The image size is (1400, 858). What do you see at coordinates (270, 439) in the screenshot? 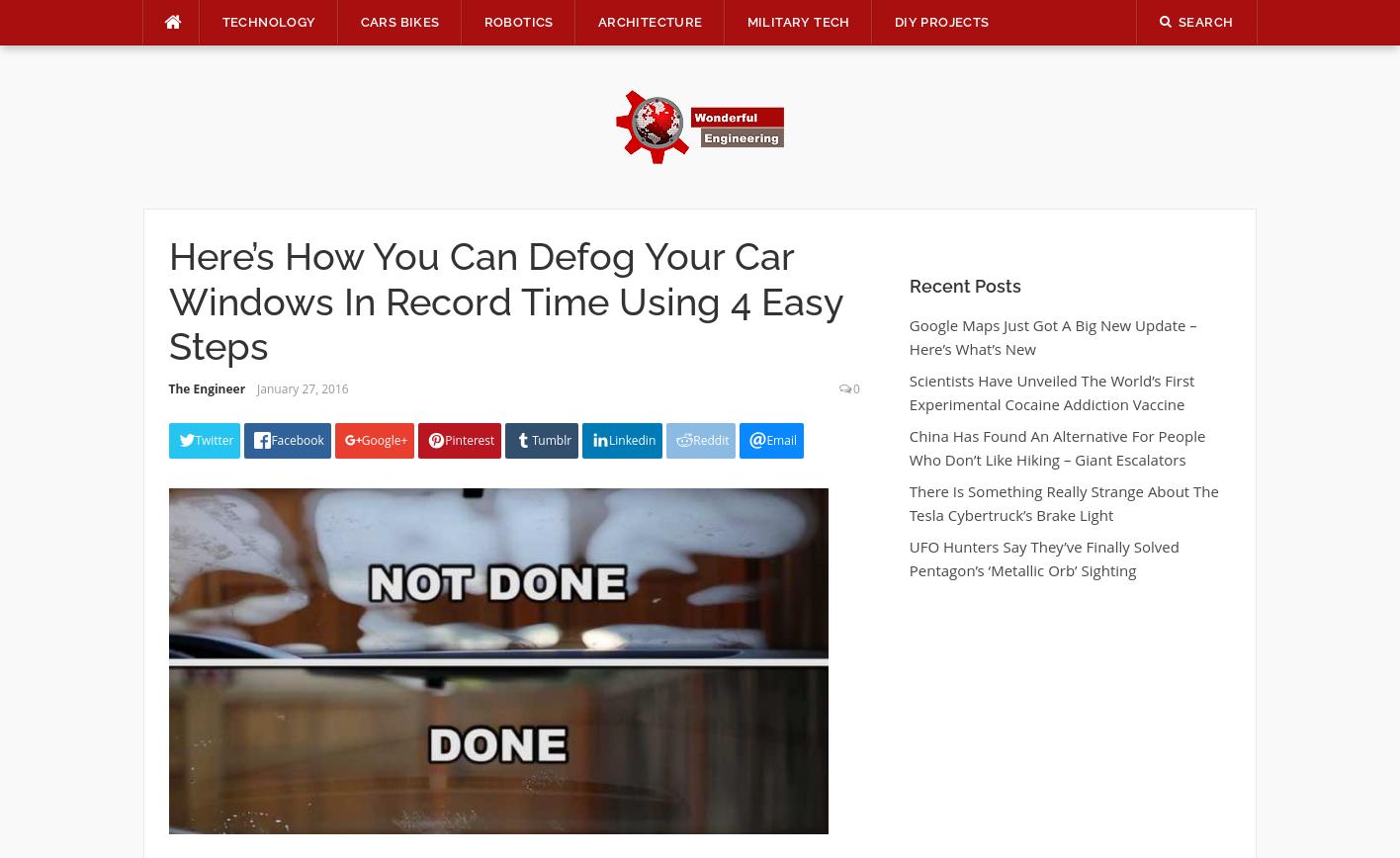
I see `'Facebook'` at bounding box center [270, 439].